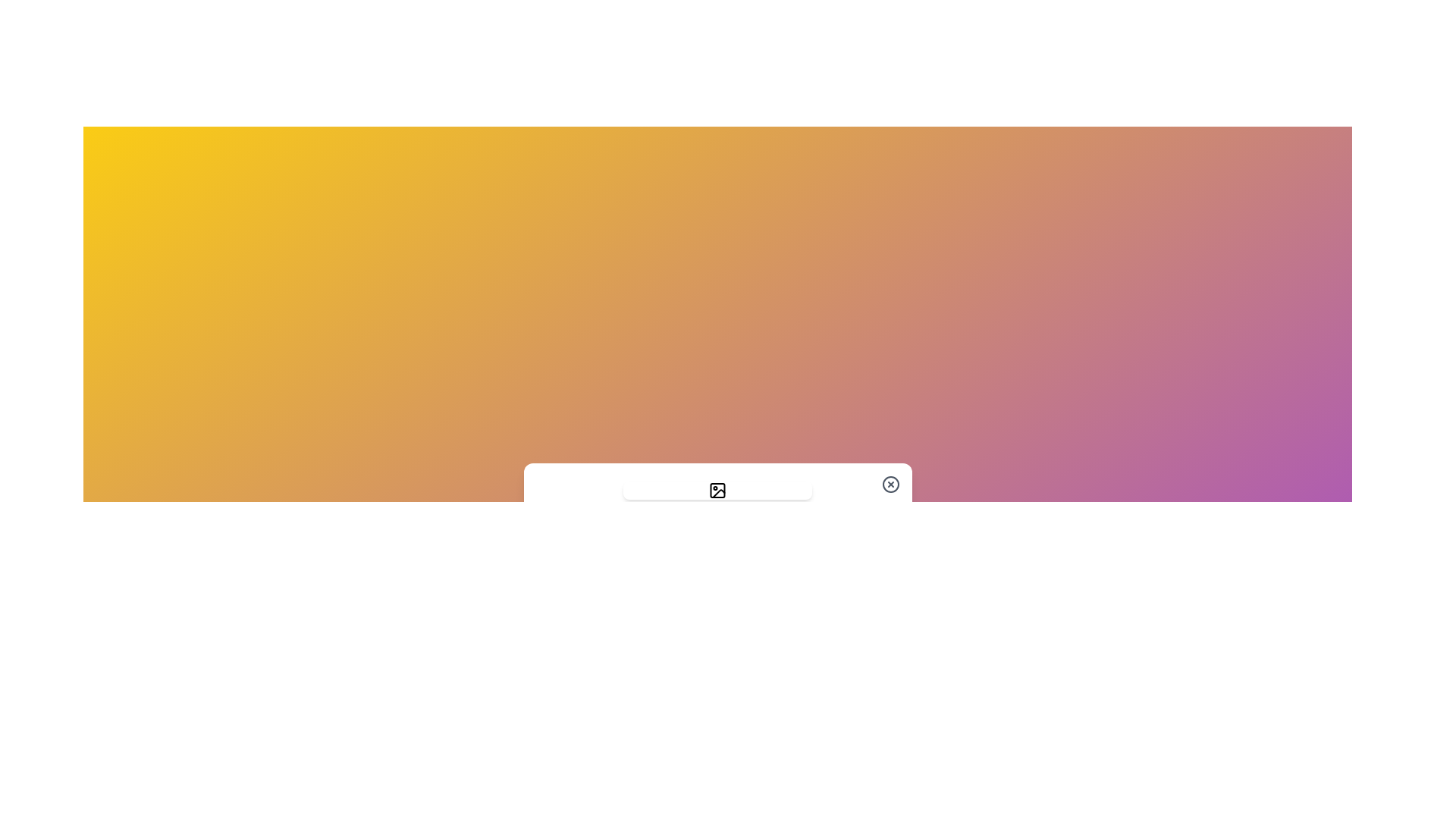 Image resolution: width=1456 pixels, height=819 pixels. I want to click on the close button located in the bottom-right section of the interface, so click(890, 485).